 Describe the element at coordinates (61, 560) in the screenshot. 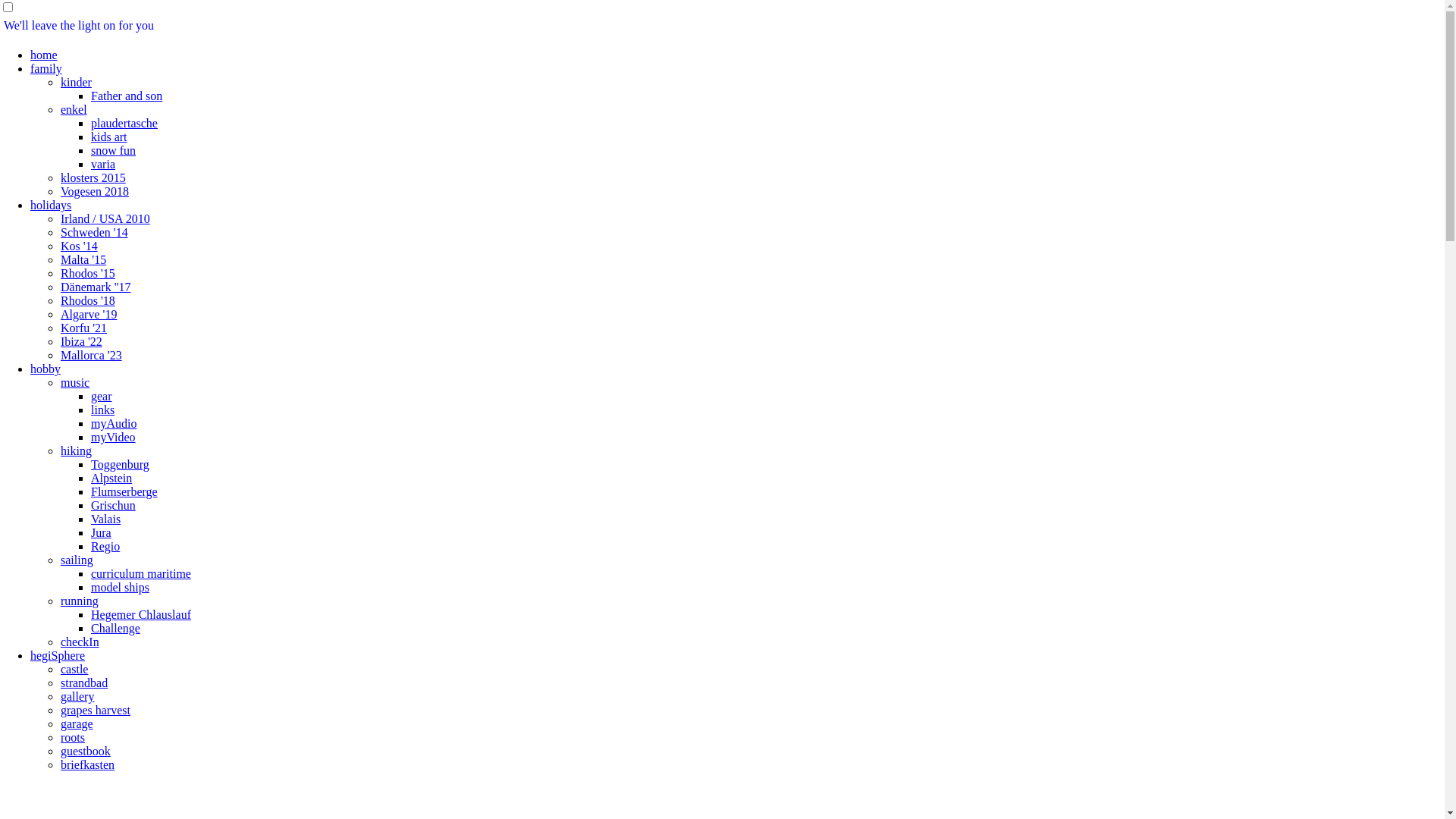

I see `'sailing'` at that location.